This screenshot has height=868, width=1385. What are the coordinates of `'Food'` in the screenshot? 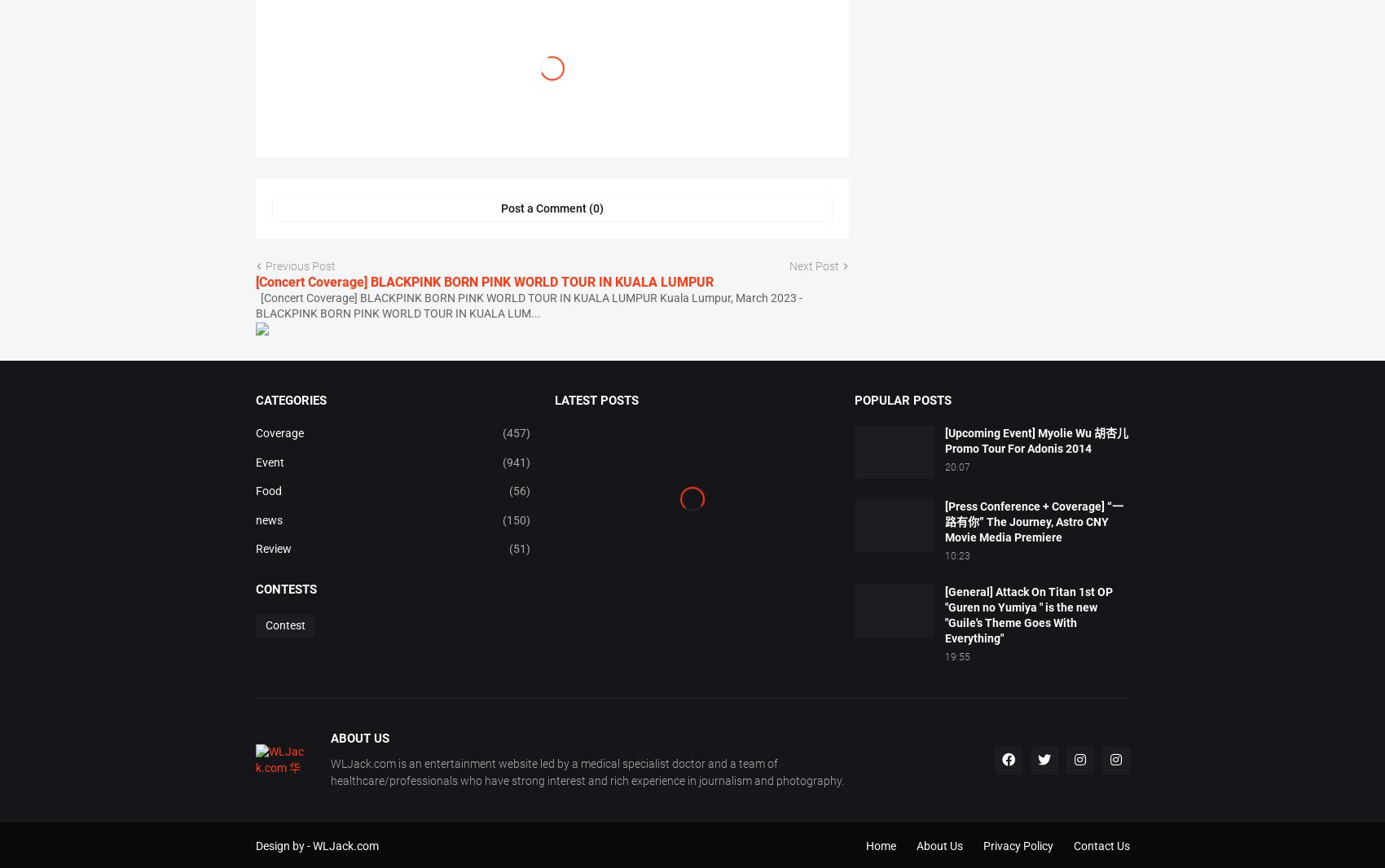 It's located at (266, 546).